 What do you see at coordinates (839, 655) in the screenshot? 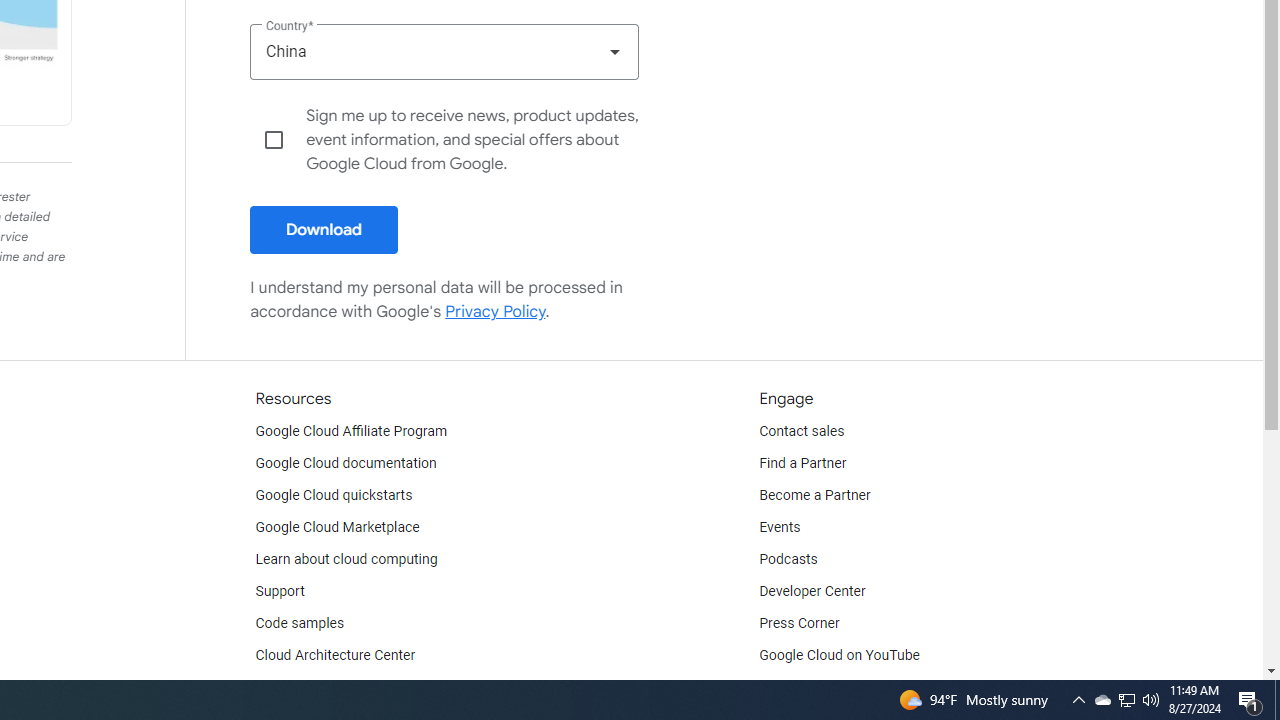
I see `'Google Cloud on YouTube'` at bounding box center [839, 655].